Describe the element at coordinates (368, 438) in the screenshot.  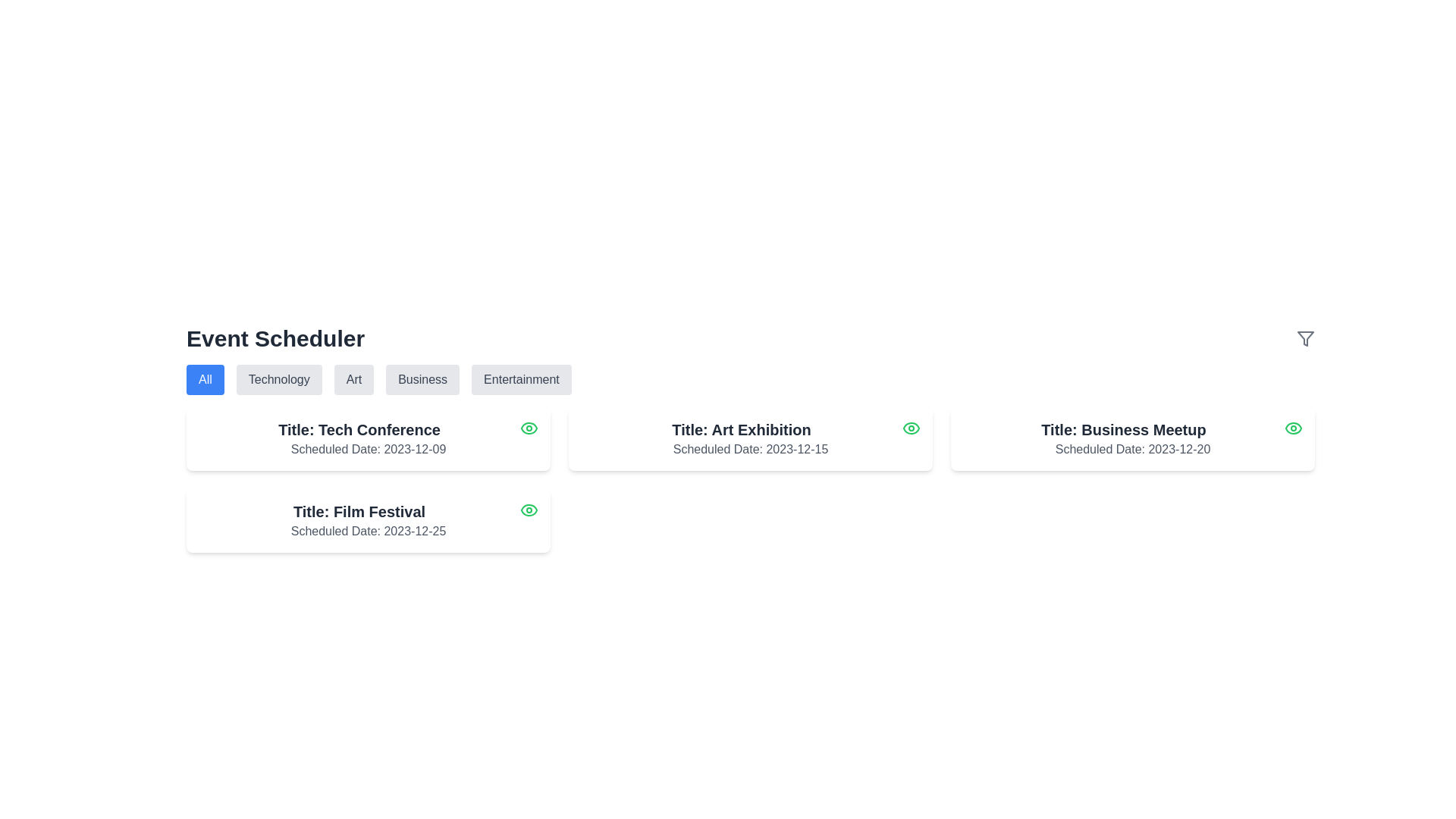
I see `the event card component titled 'Tech Conference', which is the first card in the grid layout of the scheduler application` at that location.